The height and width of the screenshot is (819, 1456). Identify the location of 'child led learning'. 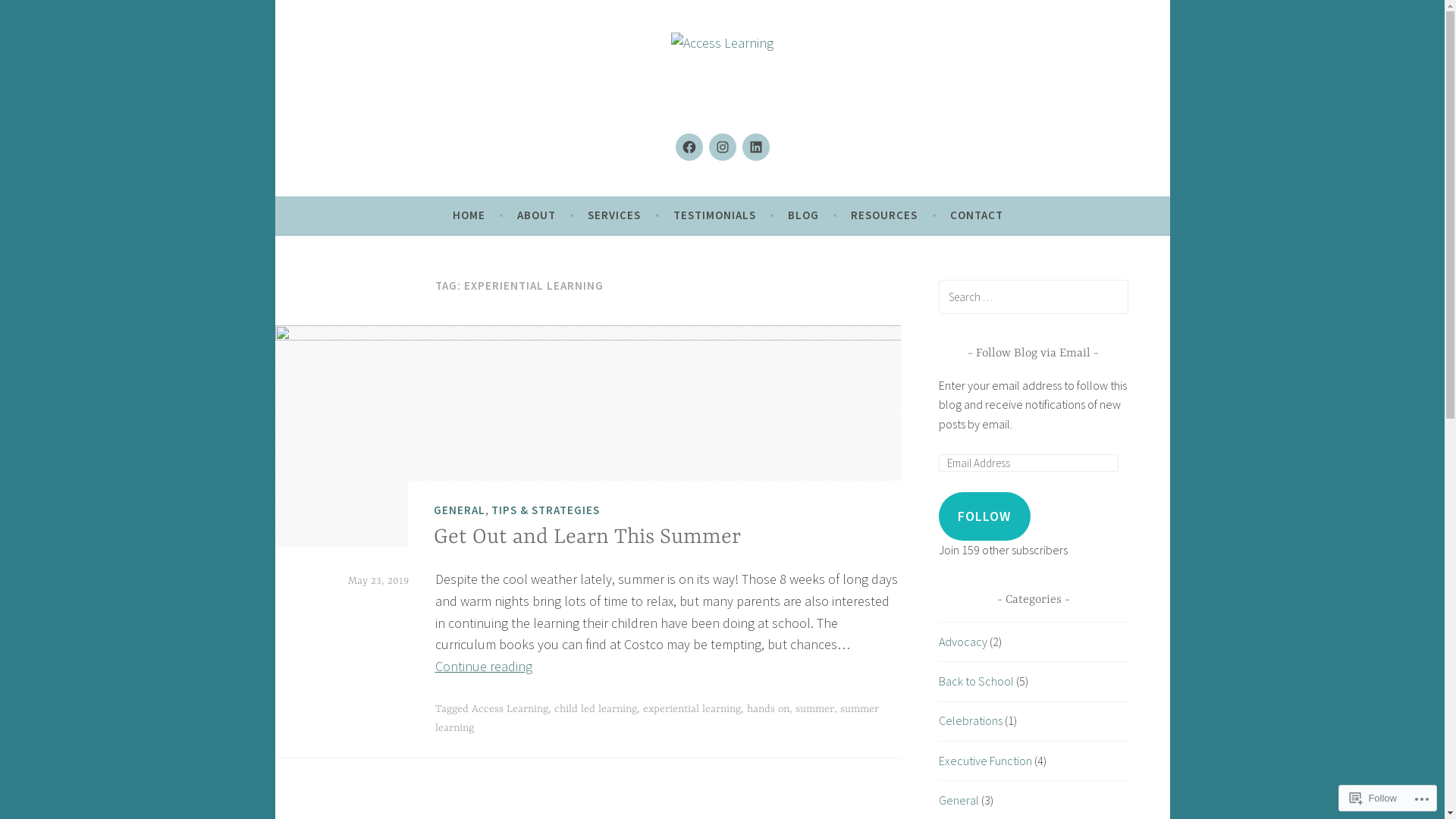
(594, 708).